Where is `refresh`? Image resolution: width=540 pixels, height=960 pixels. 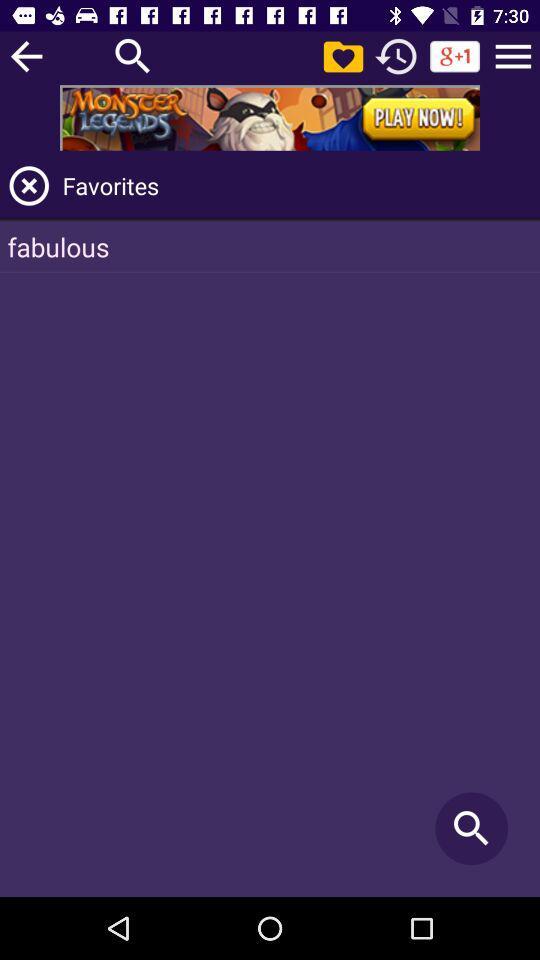 refresh is located at coordinates (396, 55).